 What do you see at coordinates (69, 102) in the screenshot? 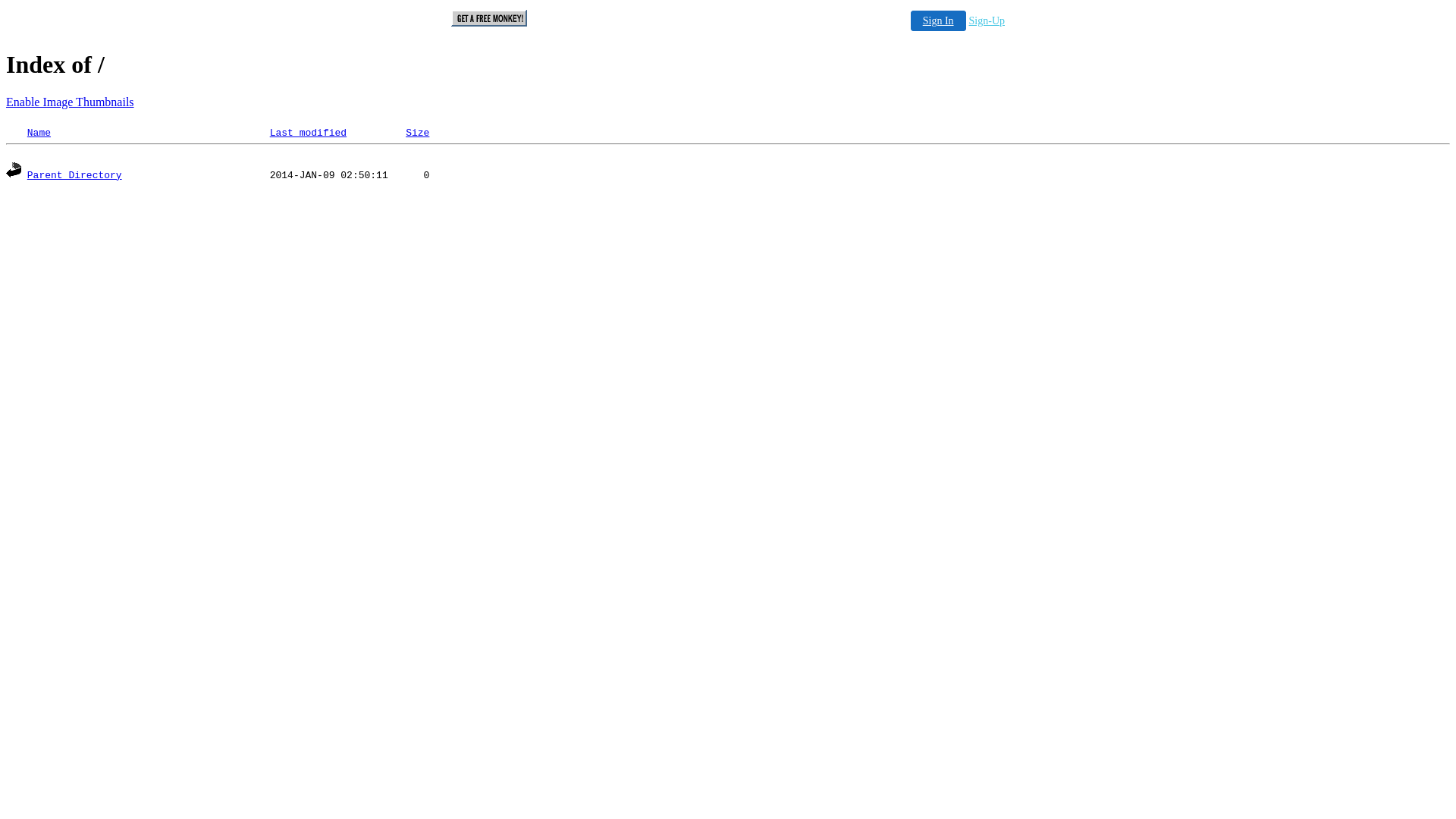
I see `'Enable Image Thumbnails'` at bounding box center [69, 102].